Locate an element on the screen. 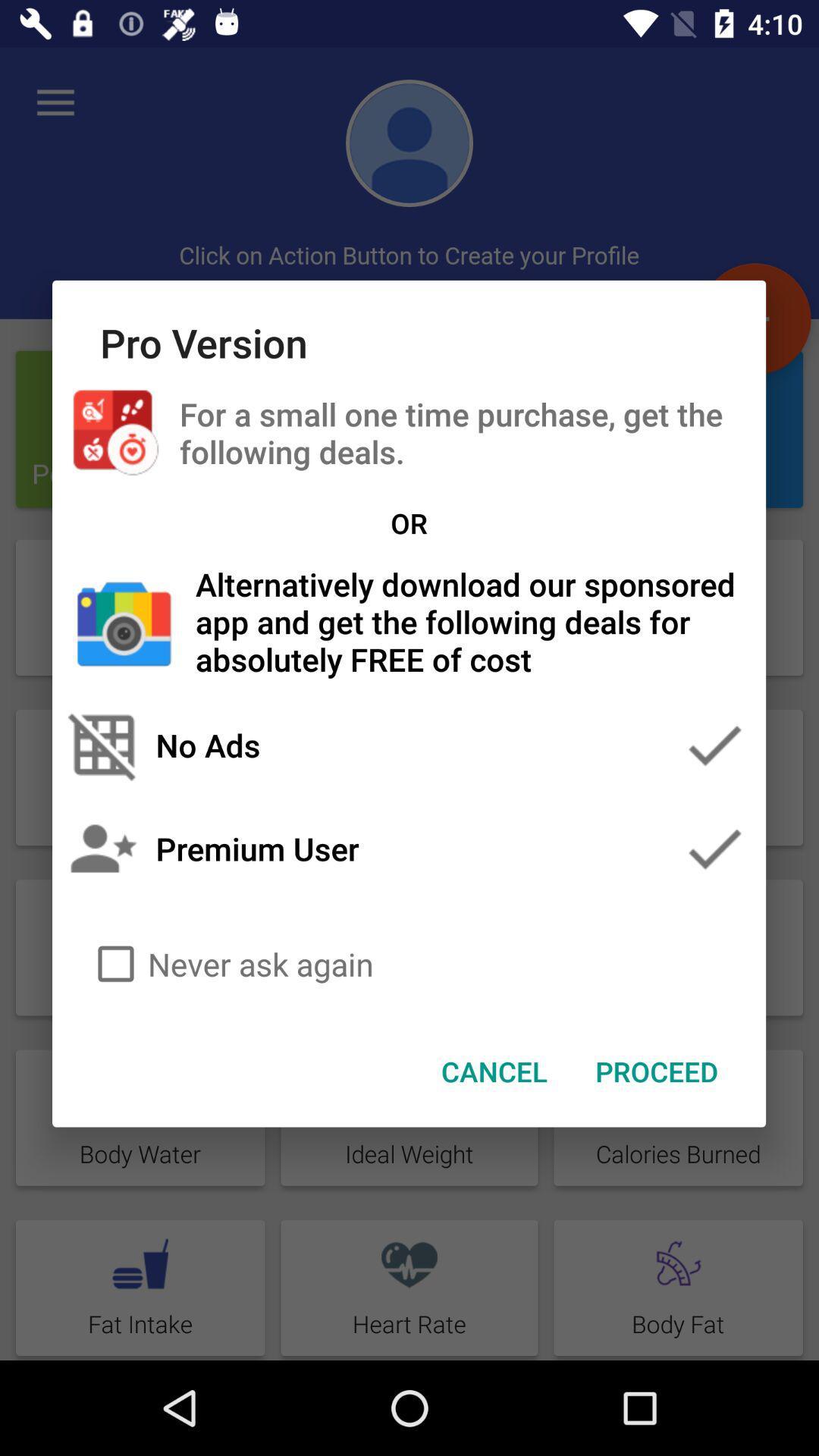  item to the right of the cancel item is located at coordinates (656, 1070).